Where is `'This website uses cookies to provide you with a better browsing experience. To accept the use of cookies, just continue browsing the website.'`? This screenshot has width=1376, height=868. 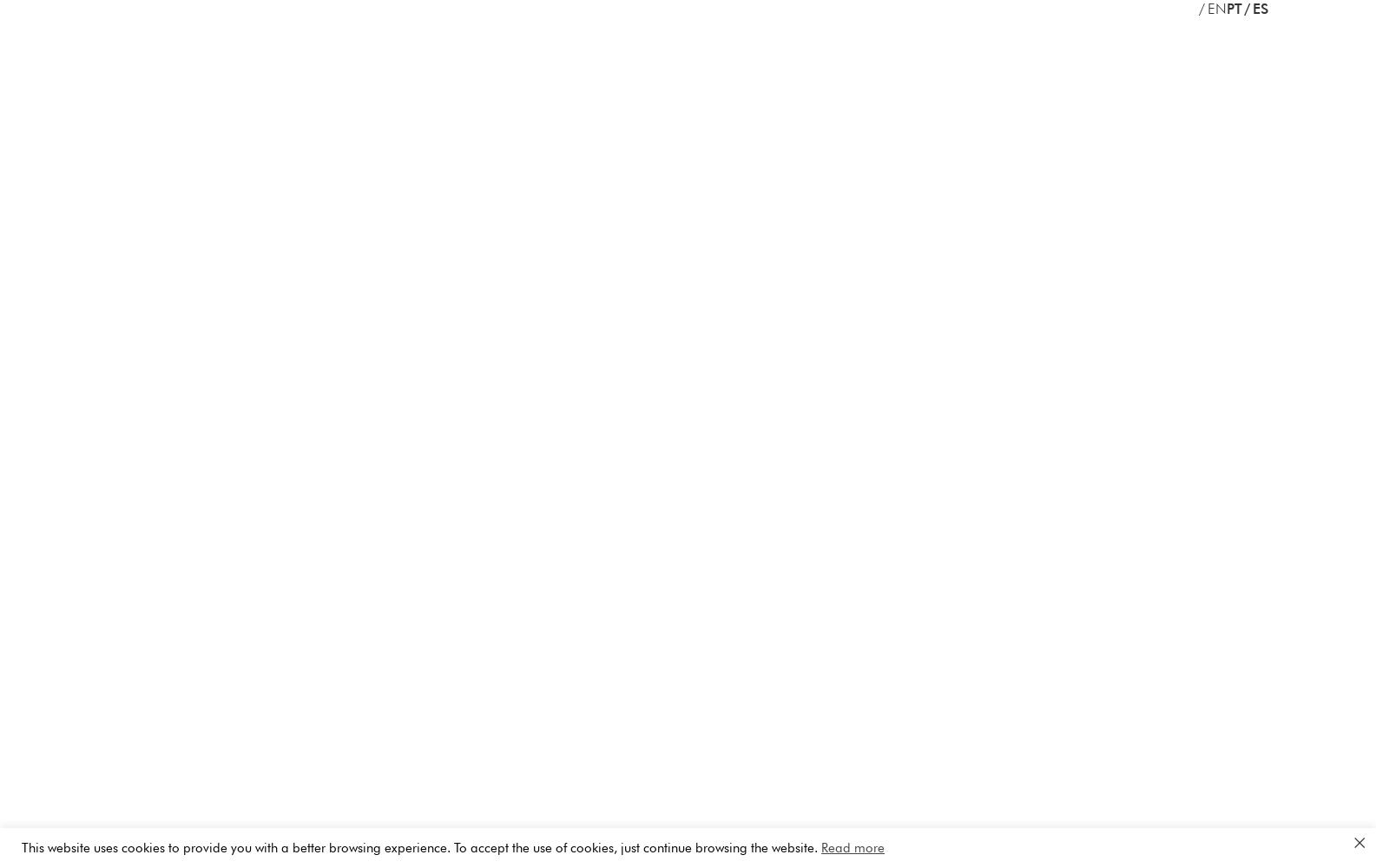
'This website uses cookies to provide you with a better browsing experience. To accept the use of cookies, just continue browsing the website.' is located at coordinates (421, 846).